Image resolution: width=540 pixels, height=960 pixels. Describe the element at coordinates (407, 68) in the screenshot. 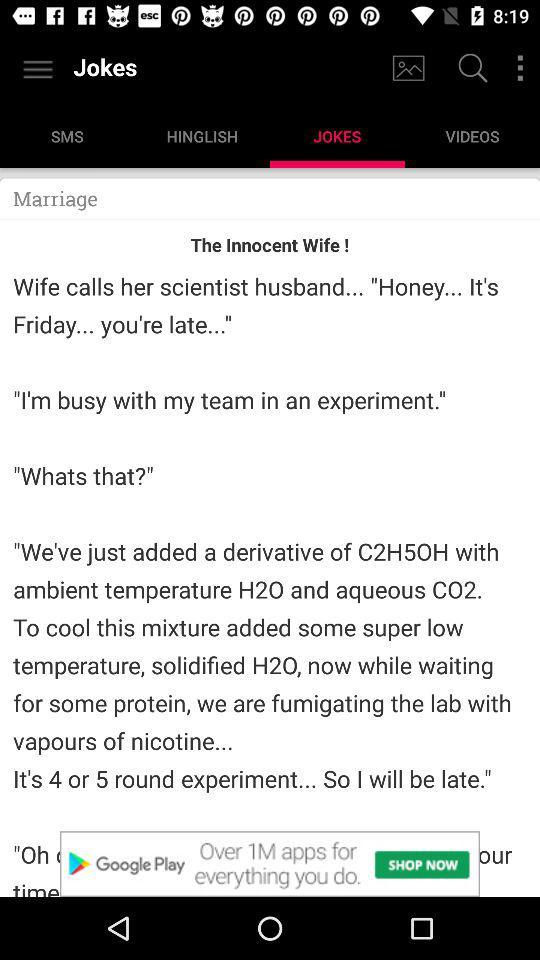

I see `picture view` at that location.